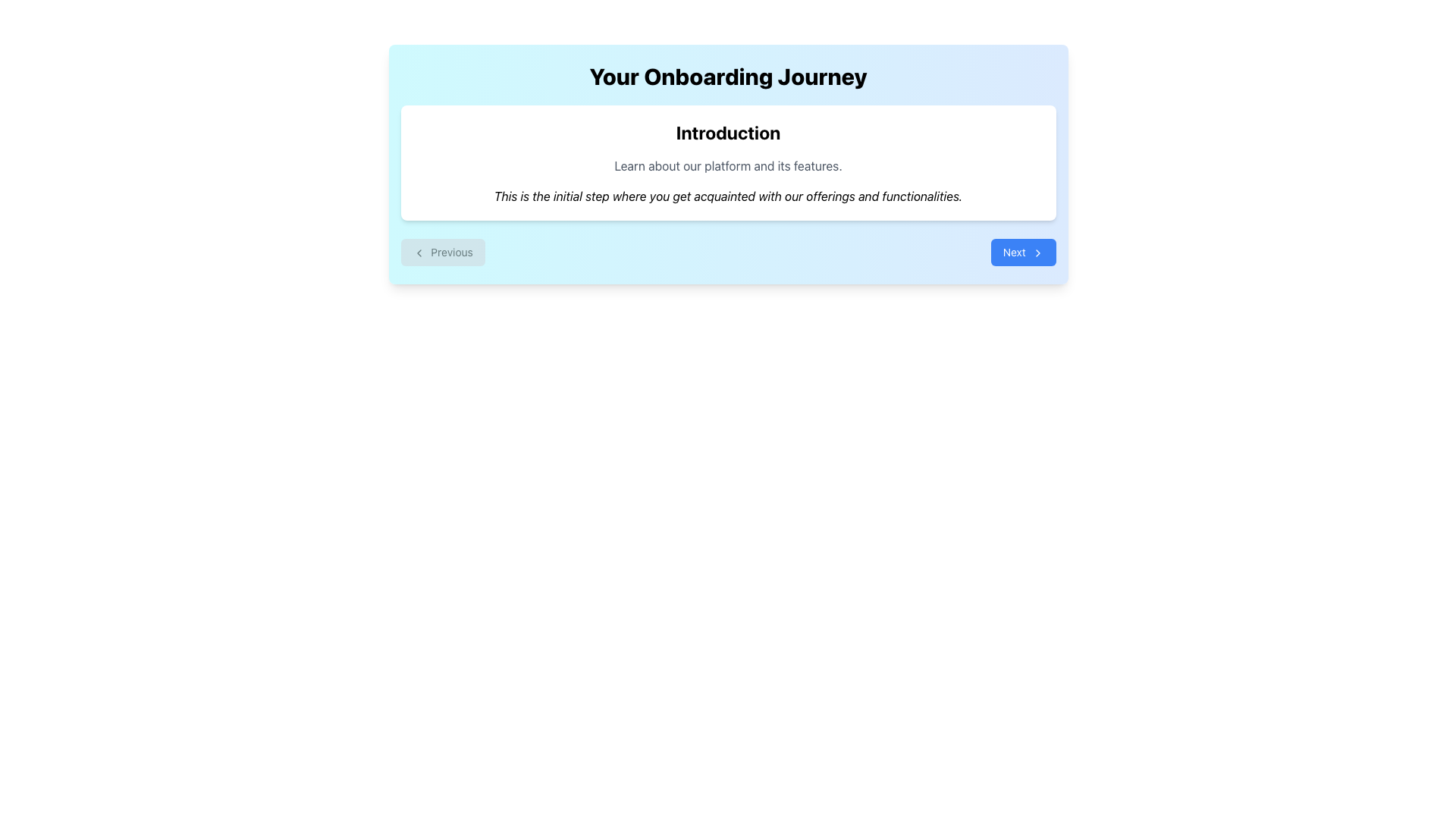 The image size is (1456, 819). I want to click on the navigation forward icon located to the right of the 'Next' text within the blue button in the lower-right corner of the card component, so click(1037, 253).